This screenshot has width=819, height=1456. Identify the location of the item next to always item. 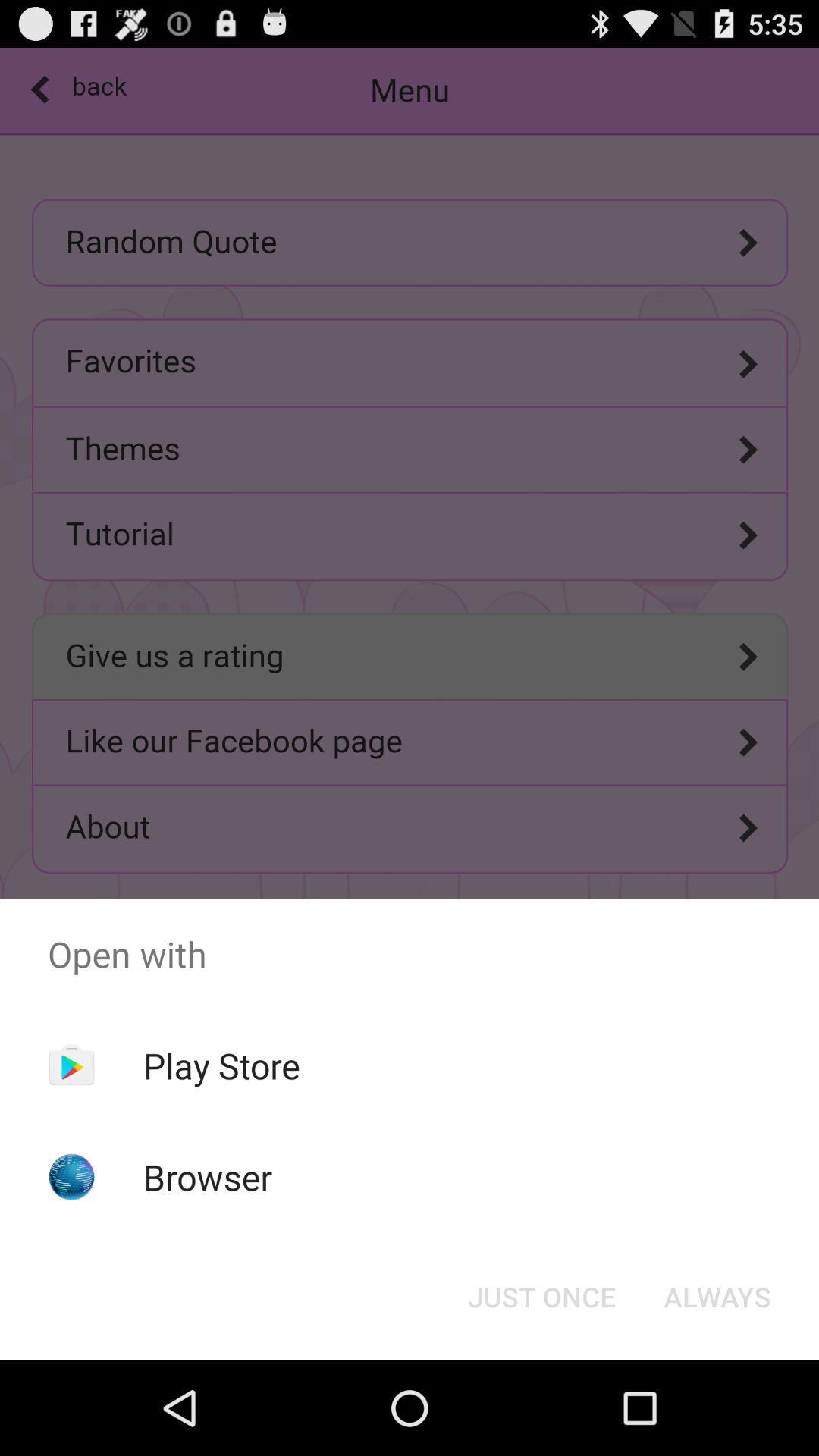
(541, 1295).